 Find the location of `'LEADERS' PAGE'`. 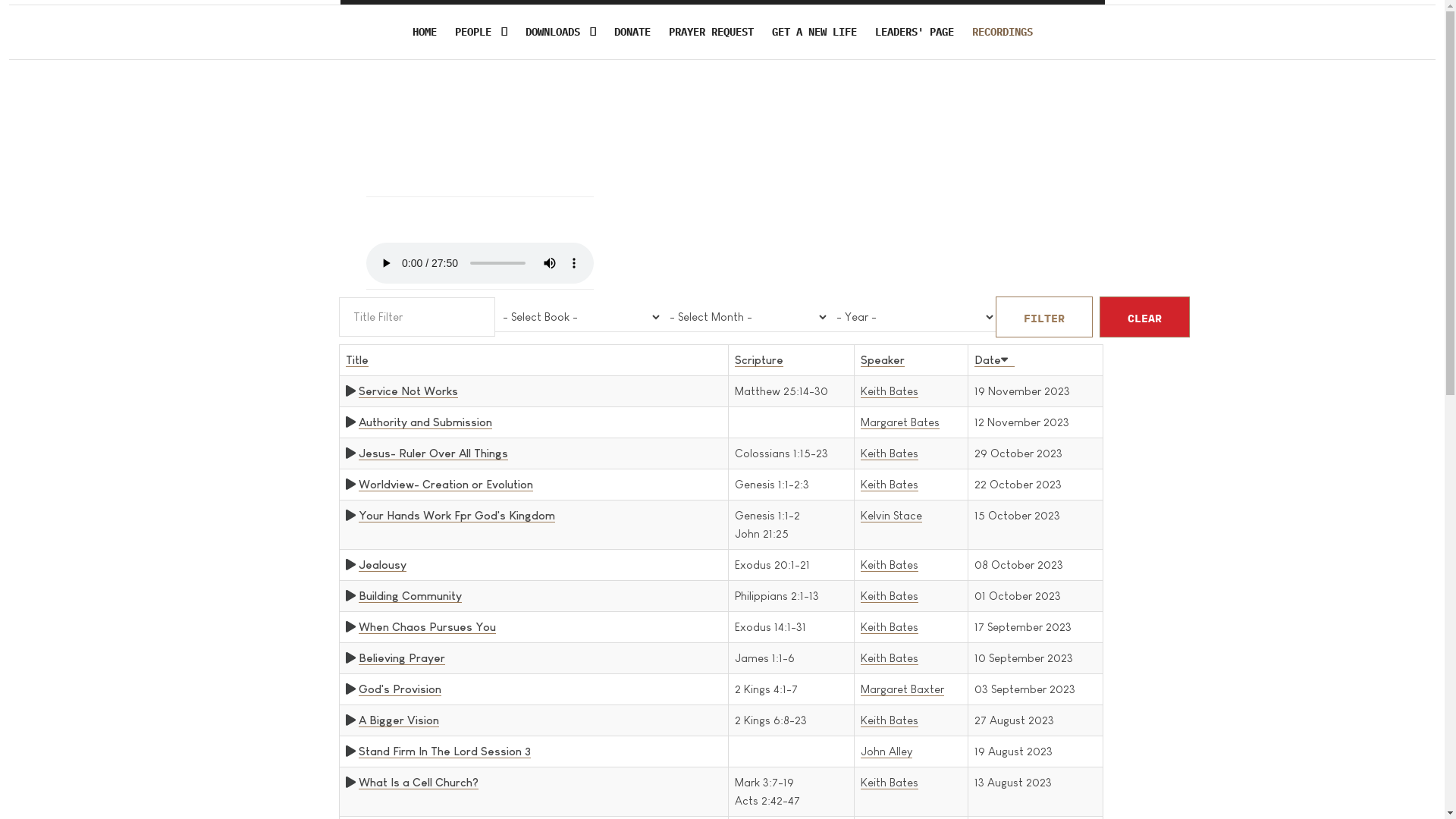

'LEADERS' PAGE' is located at coordinates (913, 32).